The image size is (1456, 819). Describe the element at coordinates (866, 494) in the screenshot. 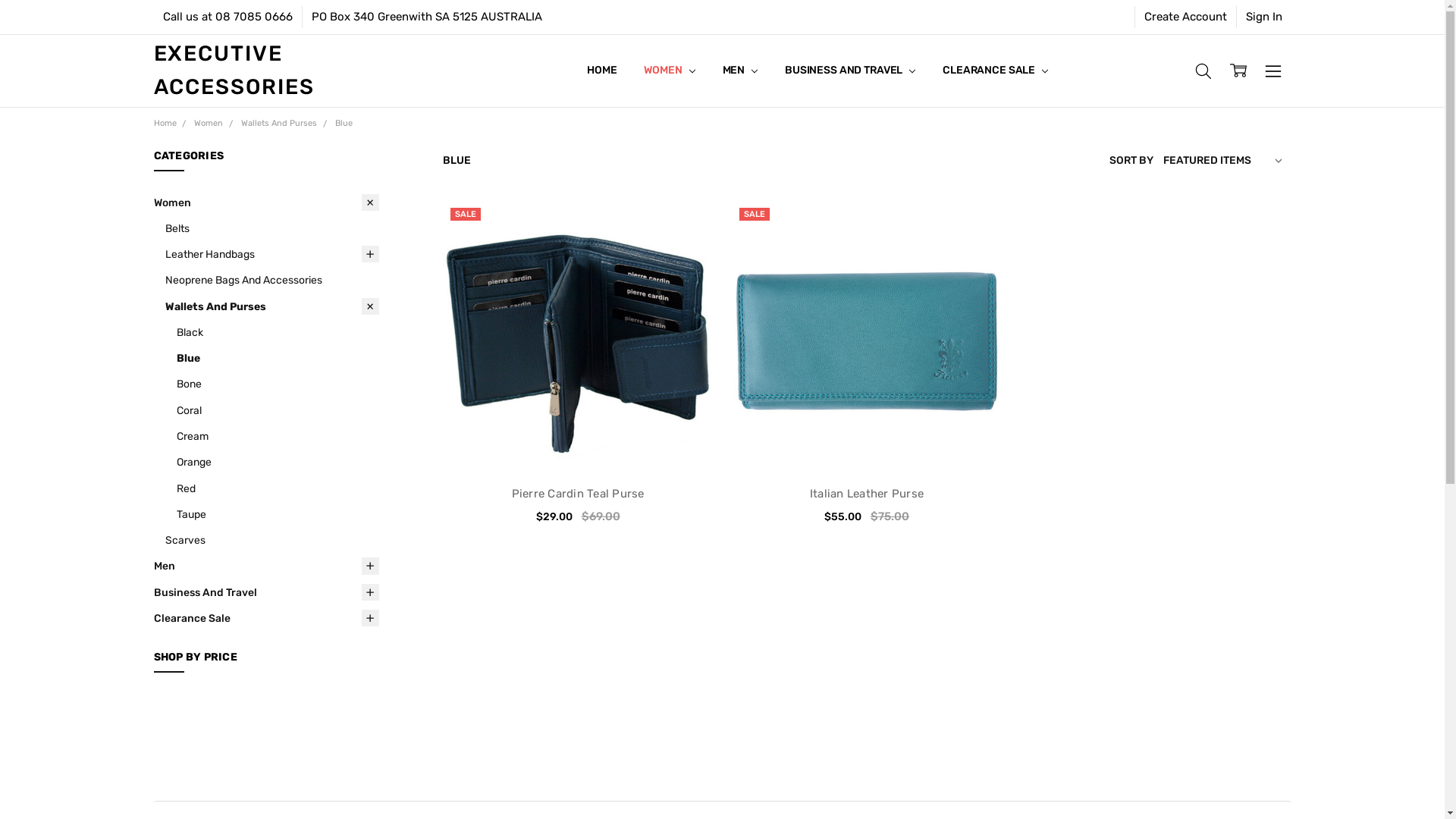

I see `'Italian Leather Purse'` at that location.